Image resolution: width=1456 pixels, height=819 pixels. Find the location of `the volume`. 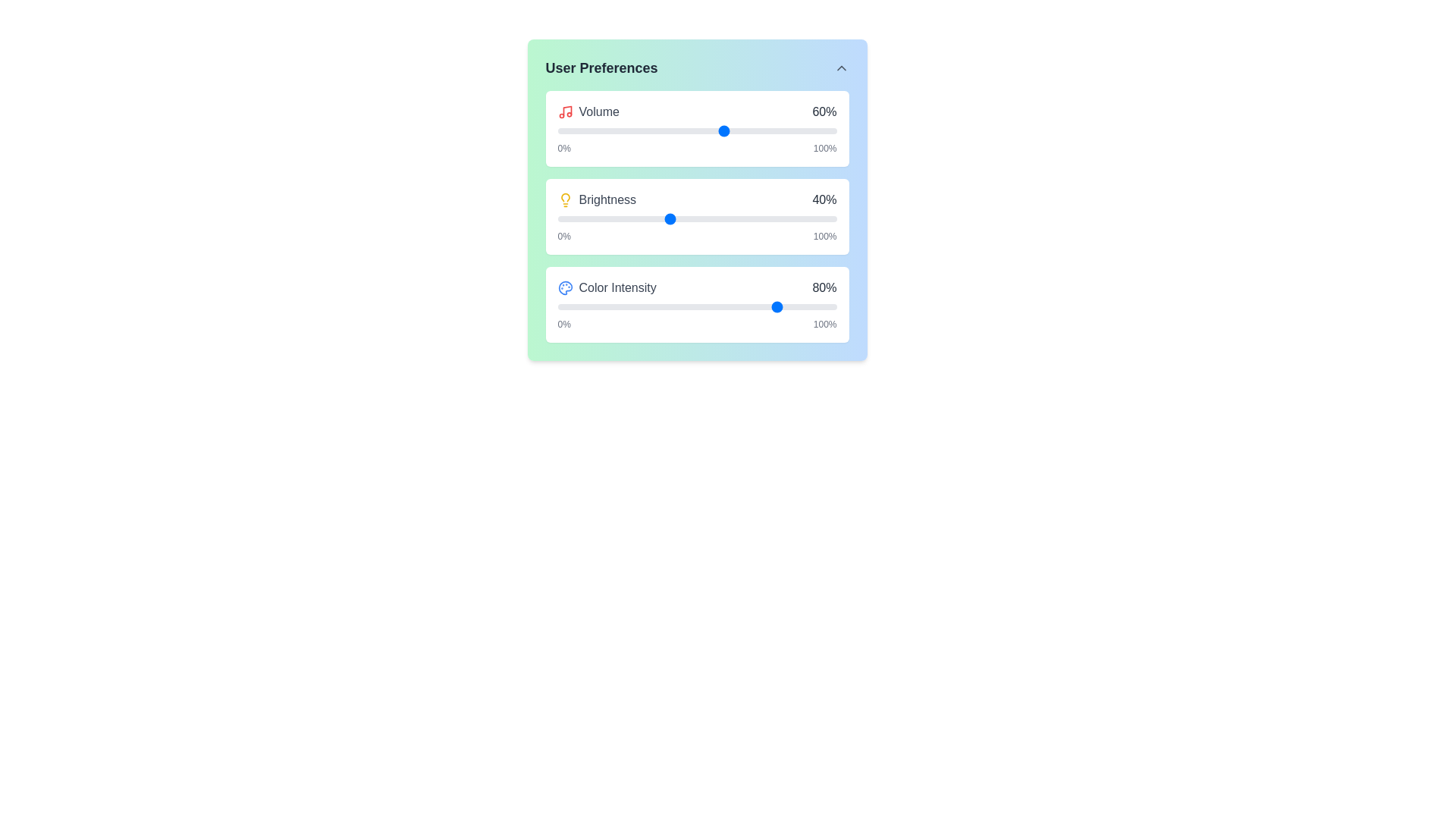

the volume is located at coordinates (639, 130).